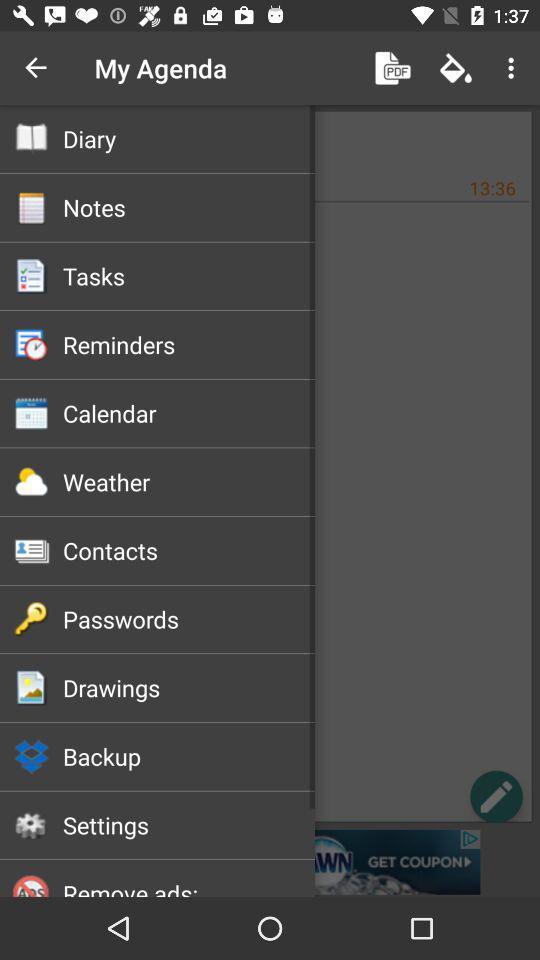 The height and width of the screenshot is (960, 540). Describe the element at coordinates (31, 138) in the screenshot. I see `the symbol which is before diary` at that location.